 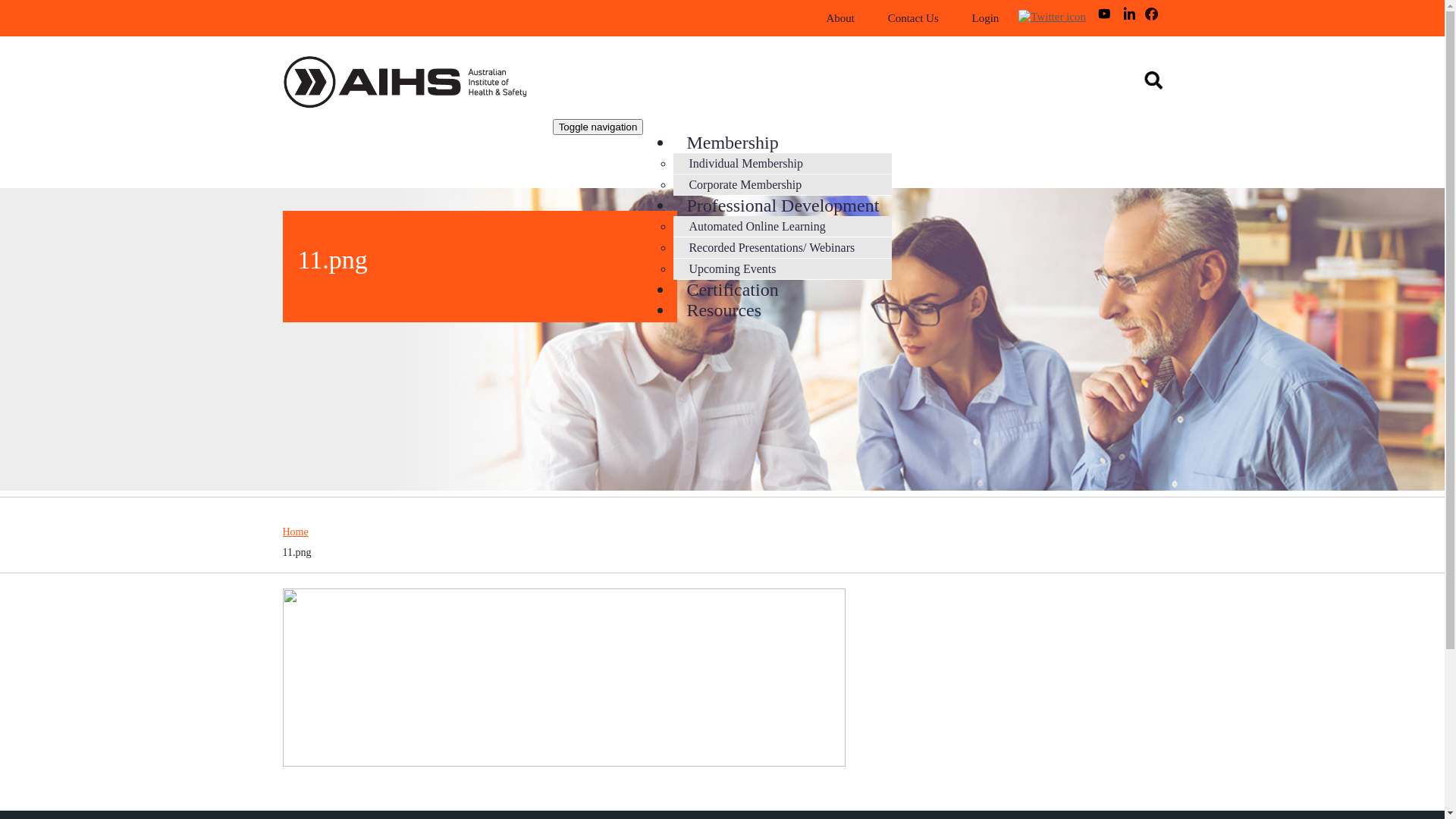 I want to click on 'About', so click(x=810, y=17).